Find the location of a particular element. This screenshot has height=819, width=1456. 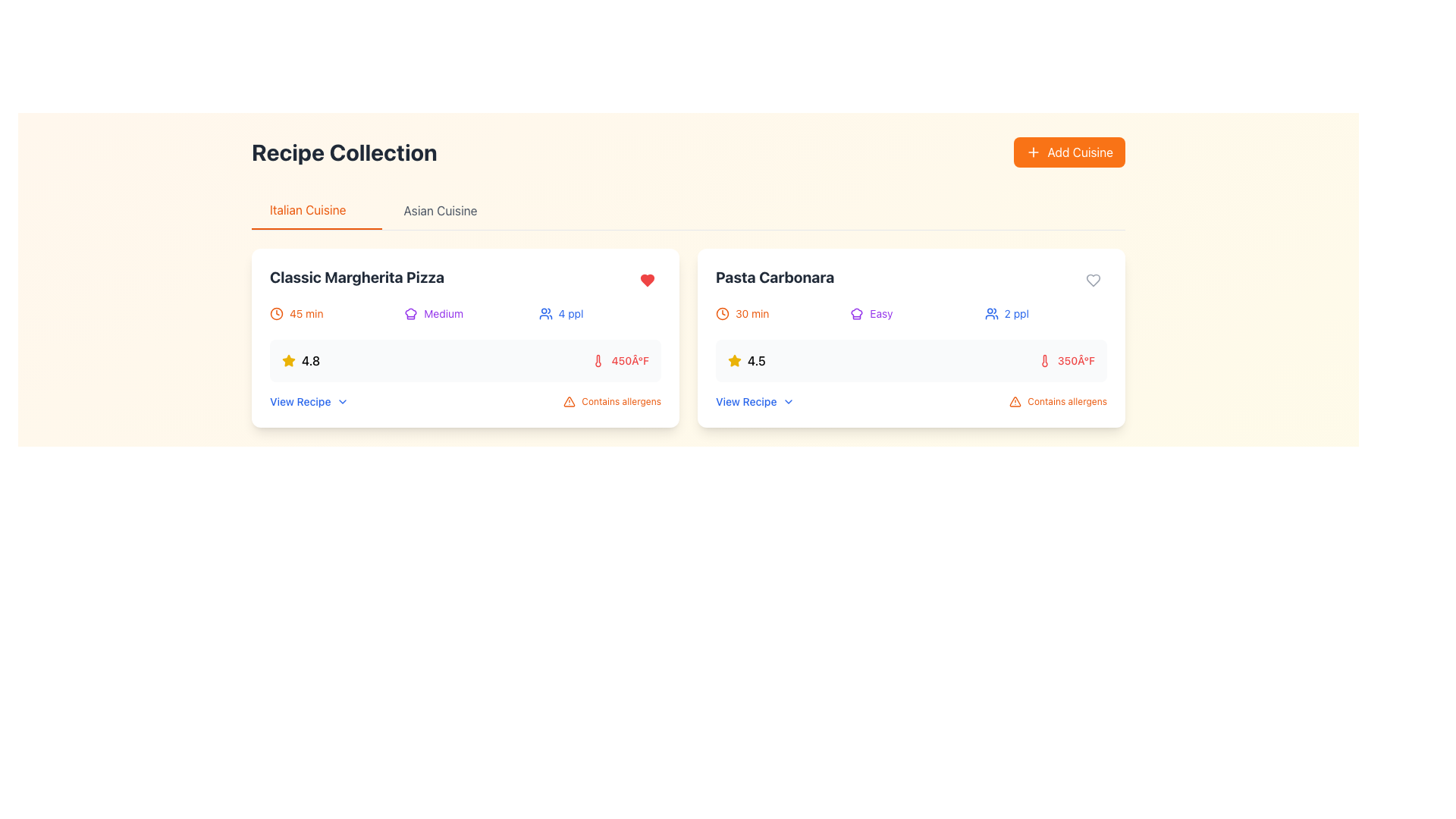

the clickable text labeled 'Italian Cuisine' styled with an orange font color to observe any effects is located at coordinates (316, 210).